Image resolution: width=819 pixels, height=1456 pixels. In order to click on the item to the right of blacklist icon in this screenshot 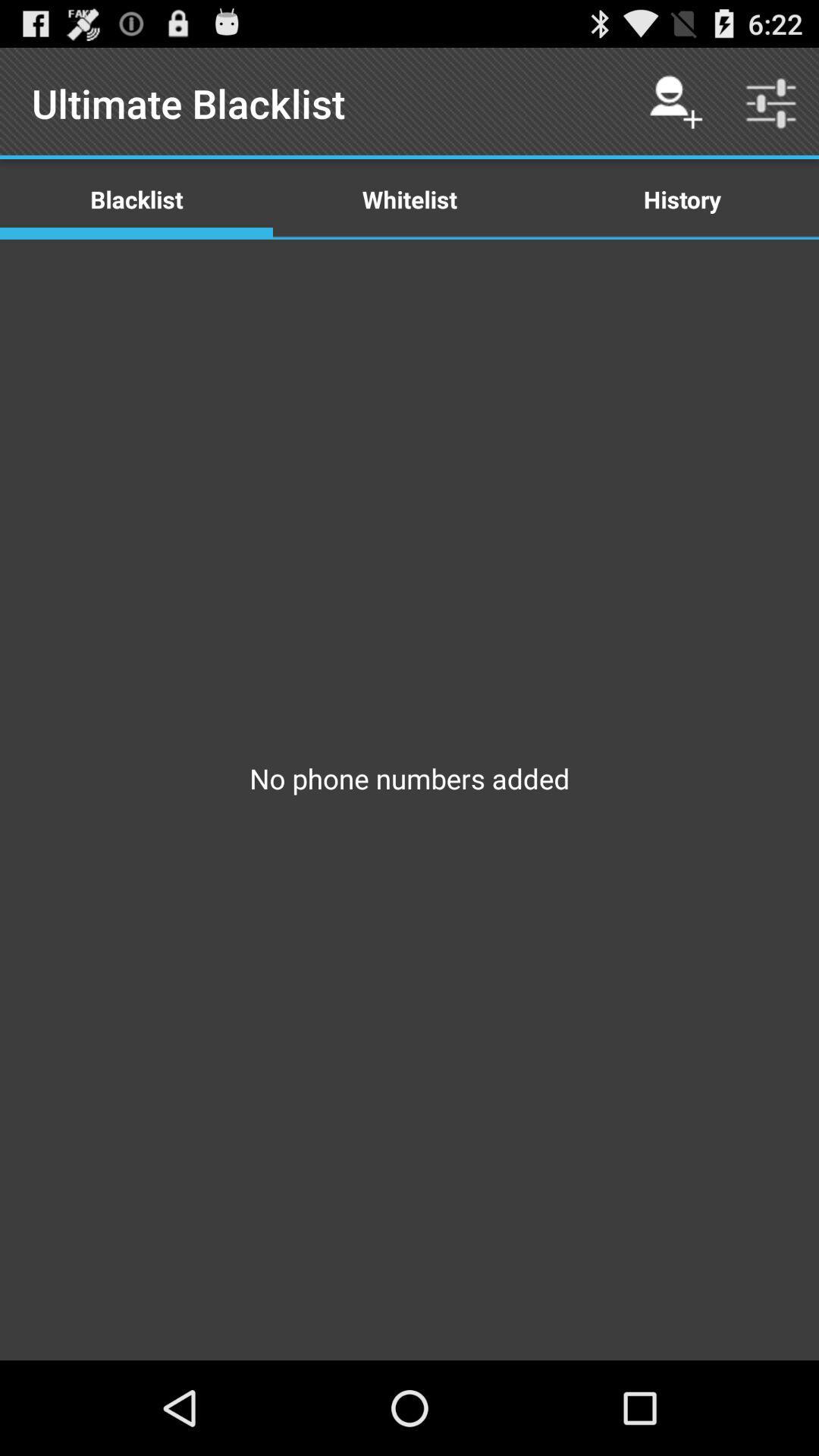, I will do `click(409, 198)`.